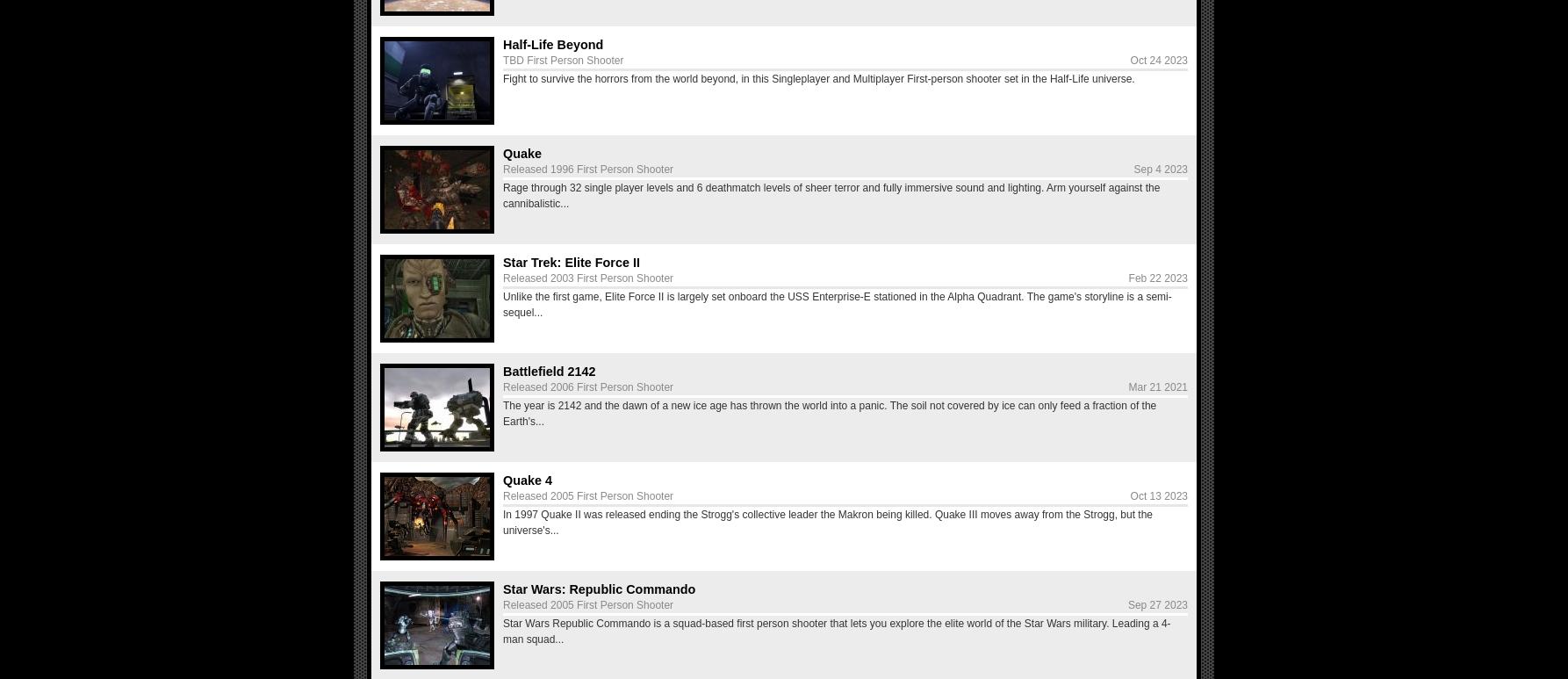 This screenshot has height=679, width=1568. What do you see at coordinates (512, 60) in the screenshot?
I see `'TBD'` at bounding box center [512, 60].